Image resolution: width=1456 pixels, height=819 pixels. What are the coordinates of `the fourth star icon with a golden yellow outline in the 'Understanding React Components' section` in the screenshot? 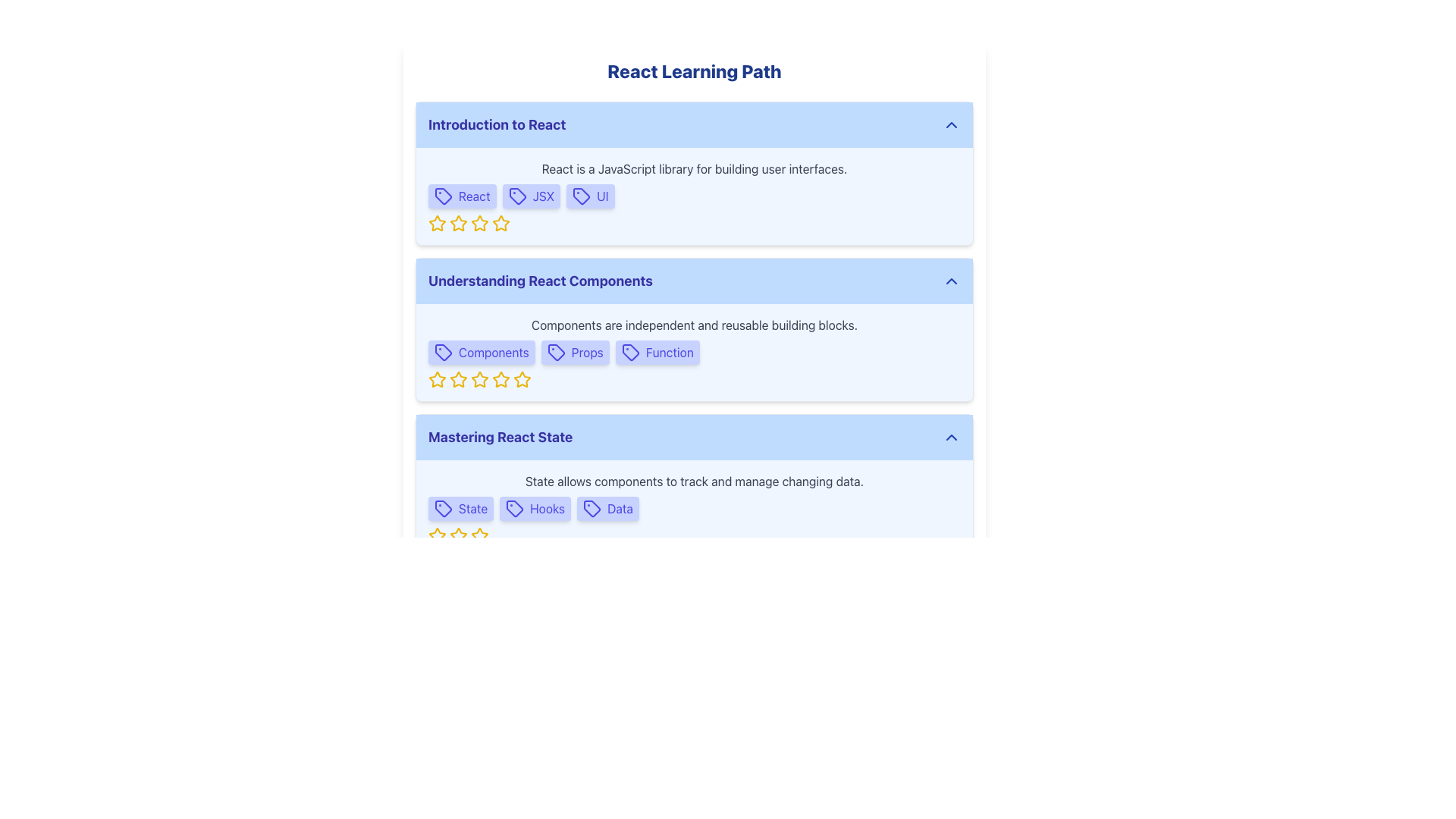 It's located at (500, 378).